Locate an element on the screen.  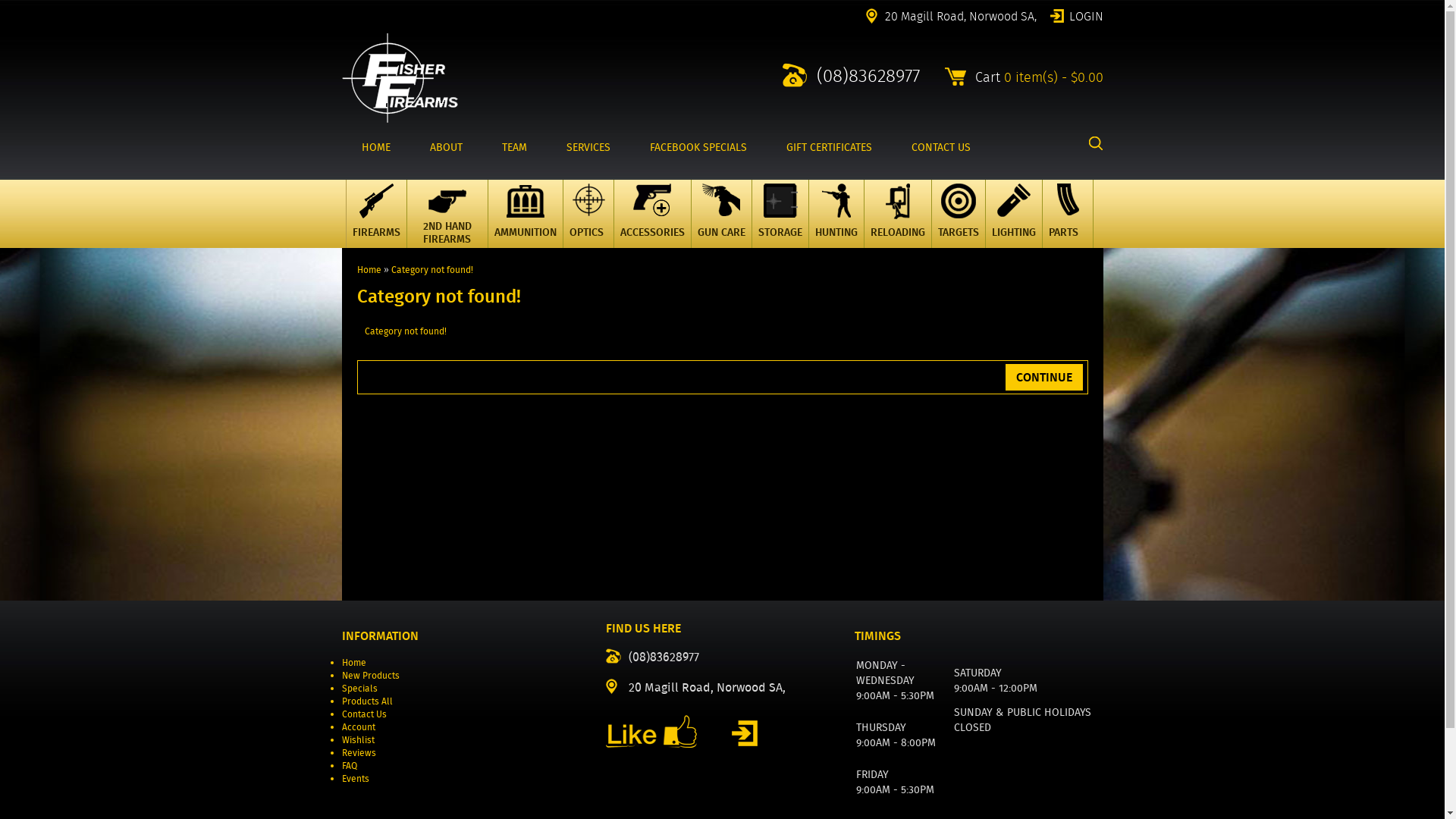
'Lighting' is located at coordinates (1014, 223).